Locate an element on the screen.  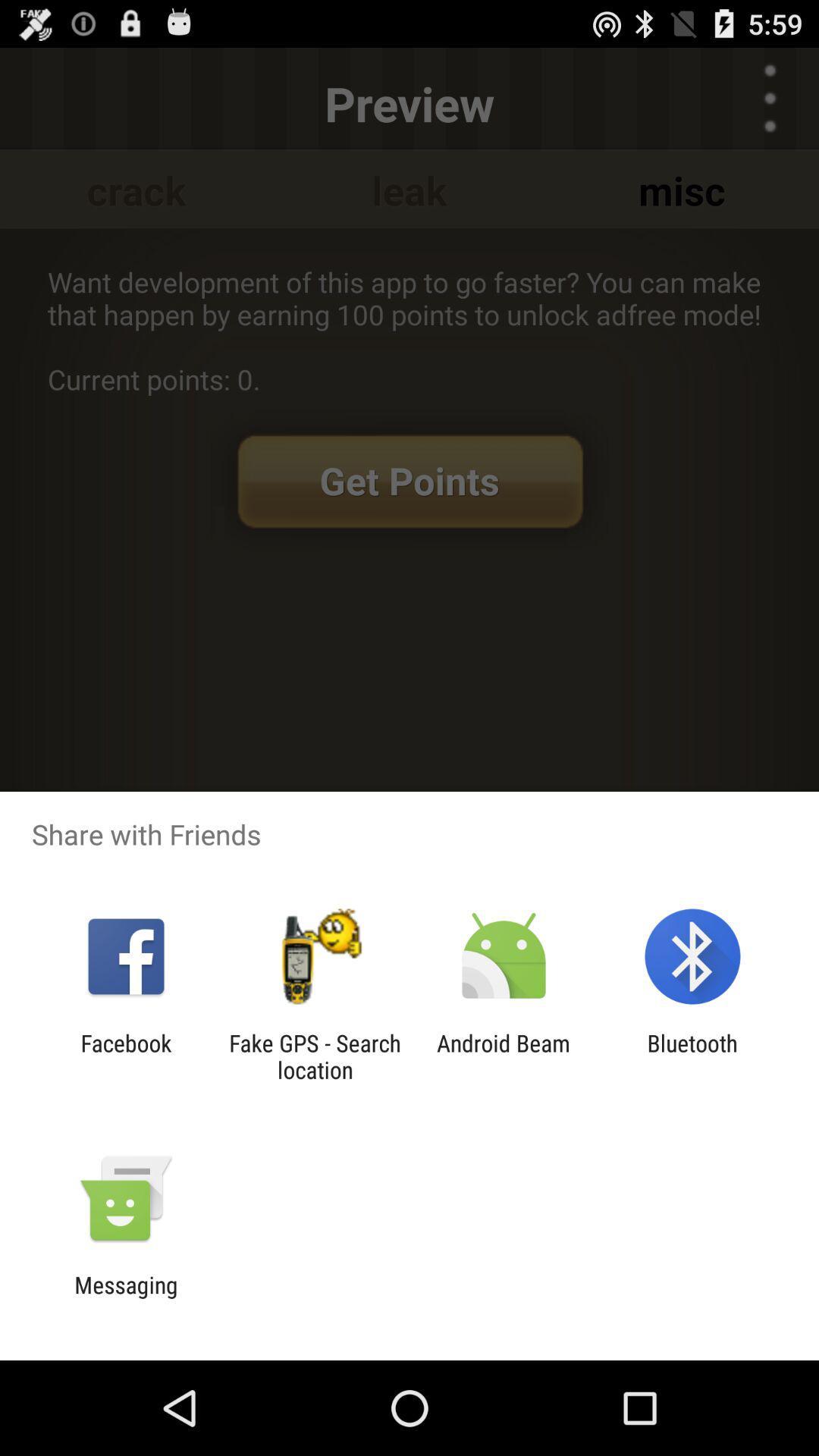
the messaging item is located at coordinates (125, 1298).